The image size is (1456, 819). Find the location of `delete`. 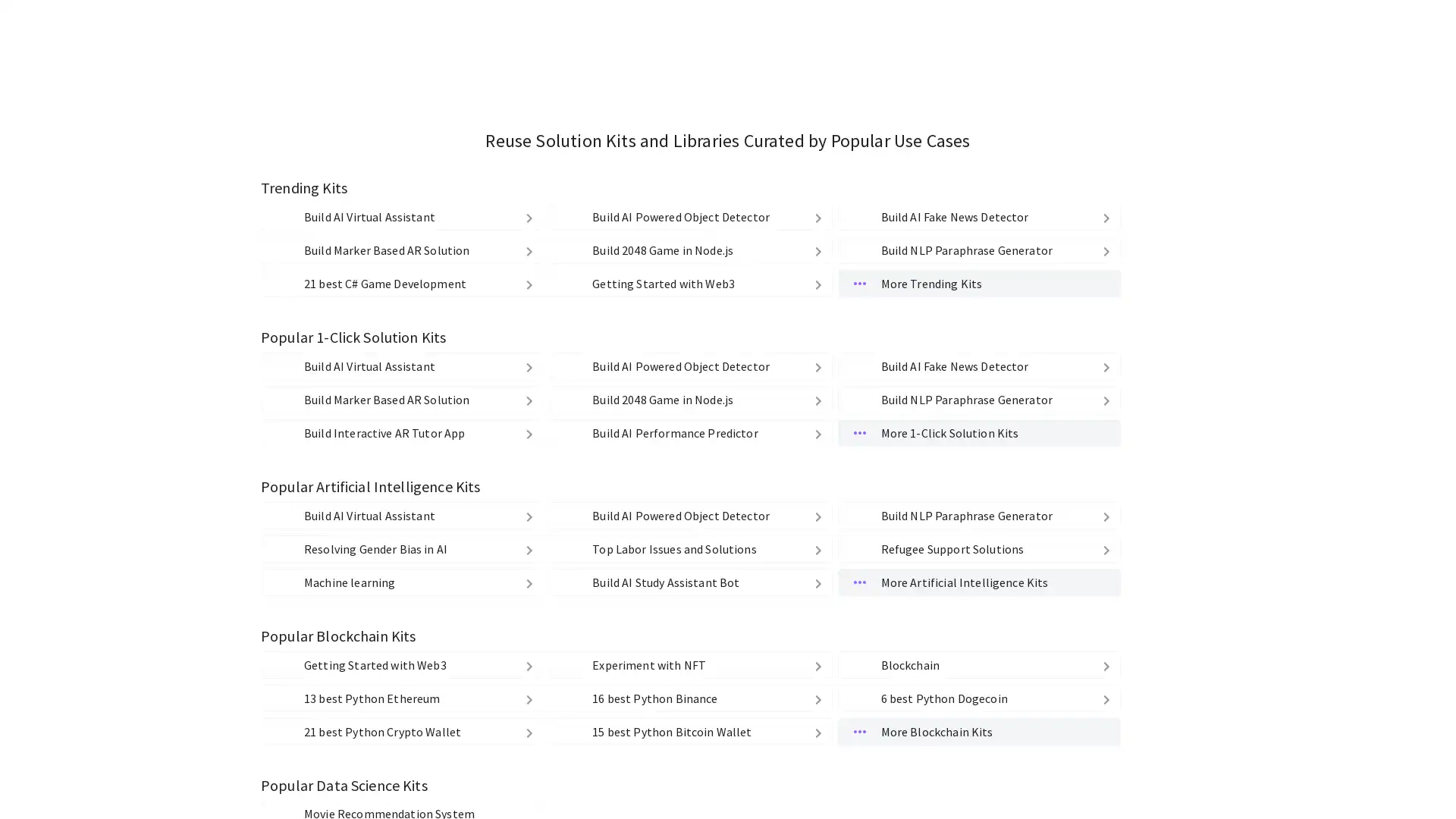

delete is located at coordinates (1084, 632).